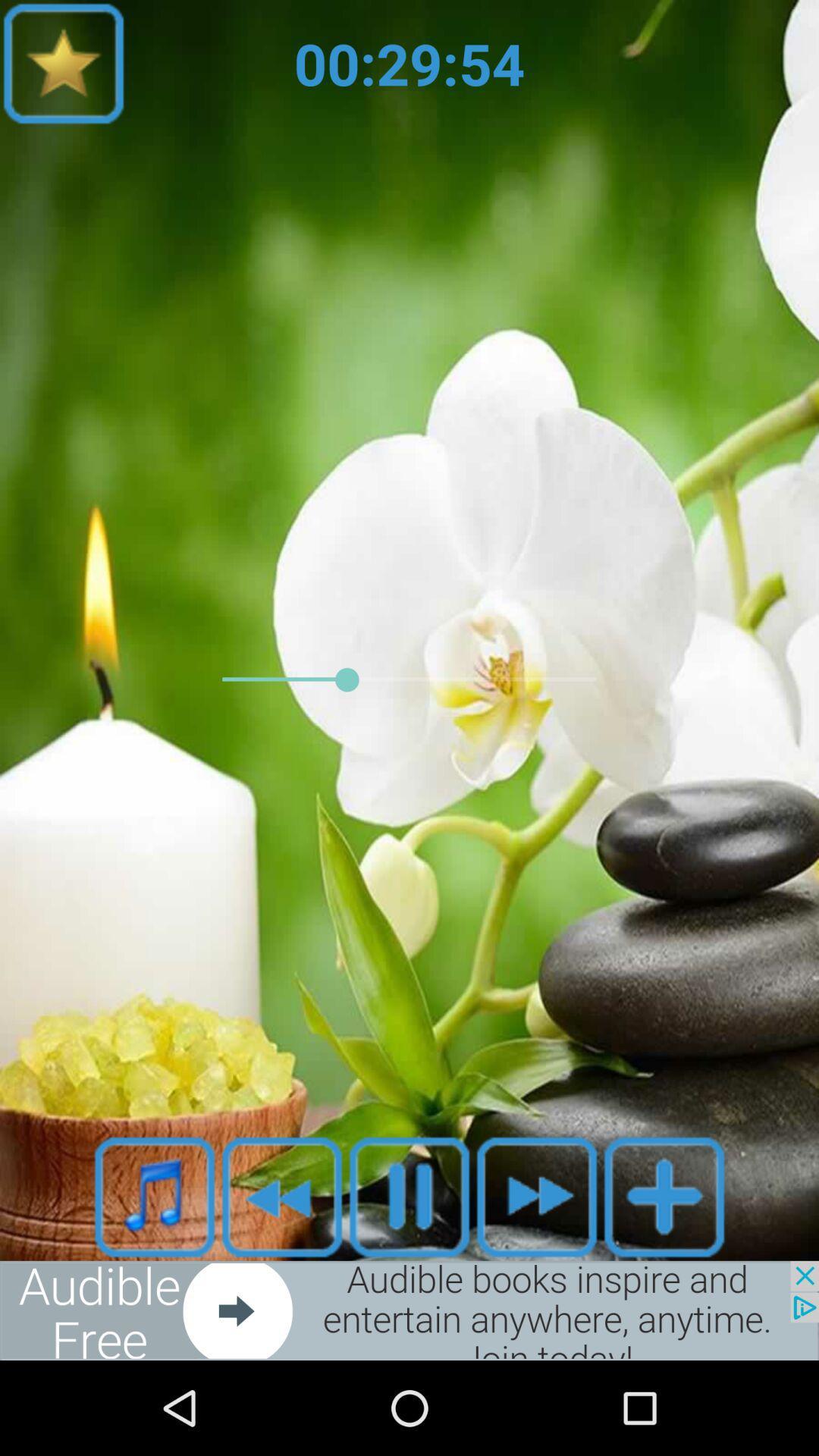 The image size is (819, 1456). Describe the element at coordinates (63, 62) in the screenshot. I see `the star icon` at that location.